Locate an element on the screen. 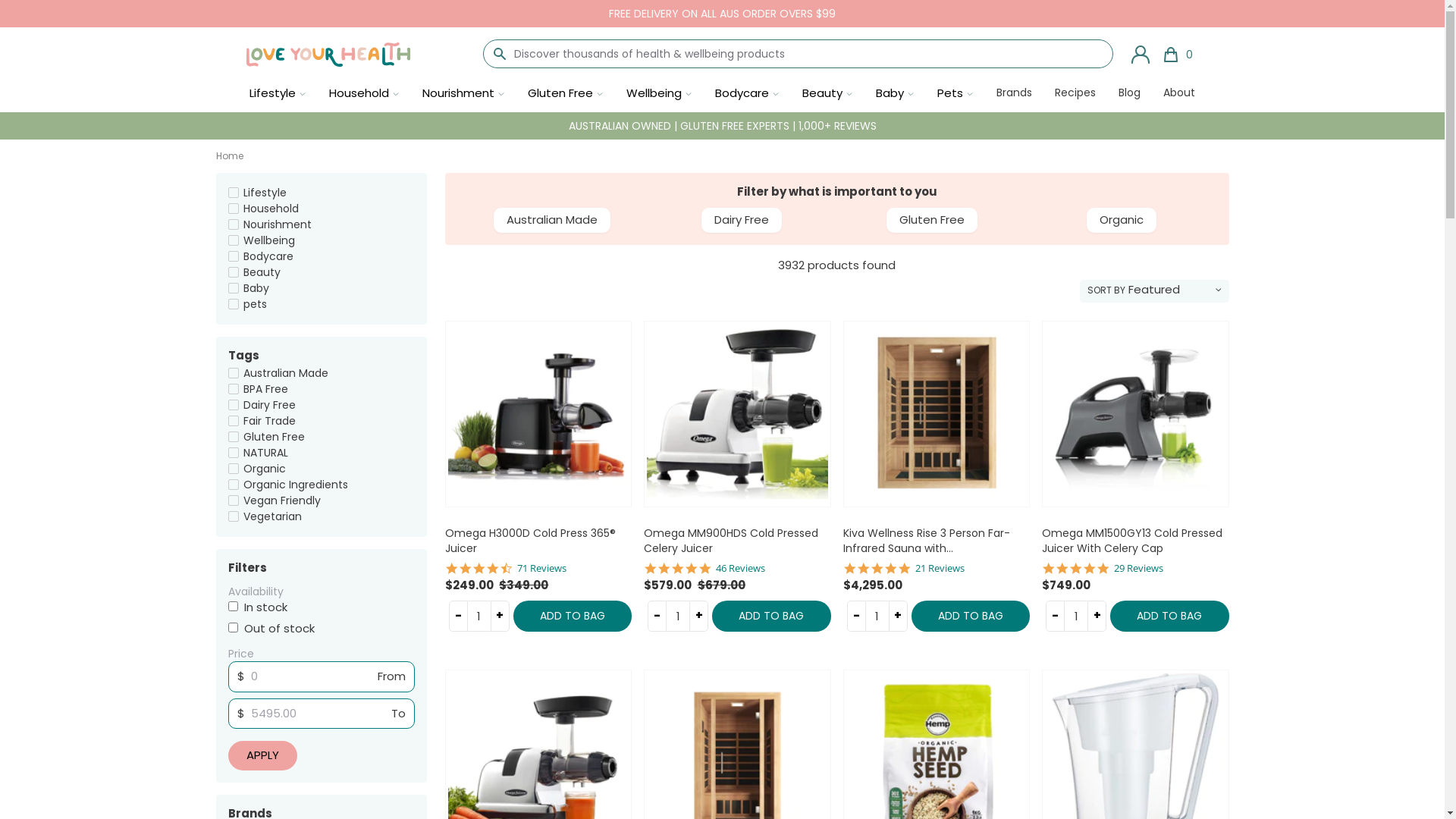  'Pets' is located at coordinates (934, 93).